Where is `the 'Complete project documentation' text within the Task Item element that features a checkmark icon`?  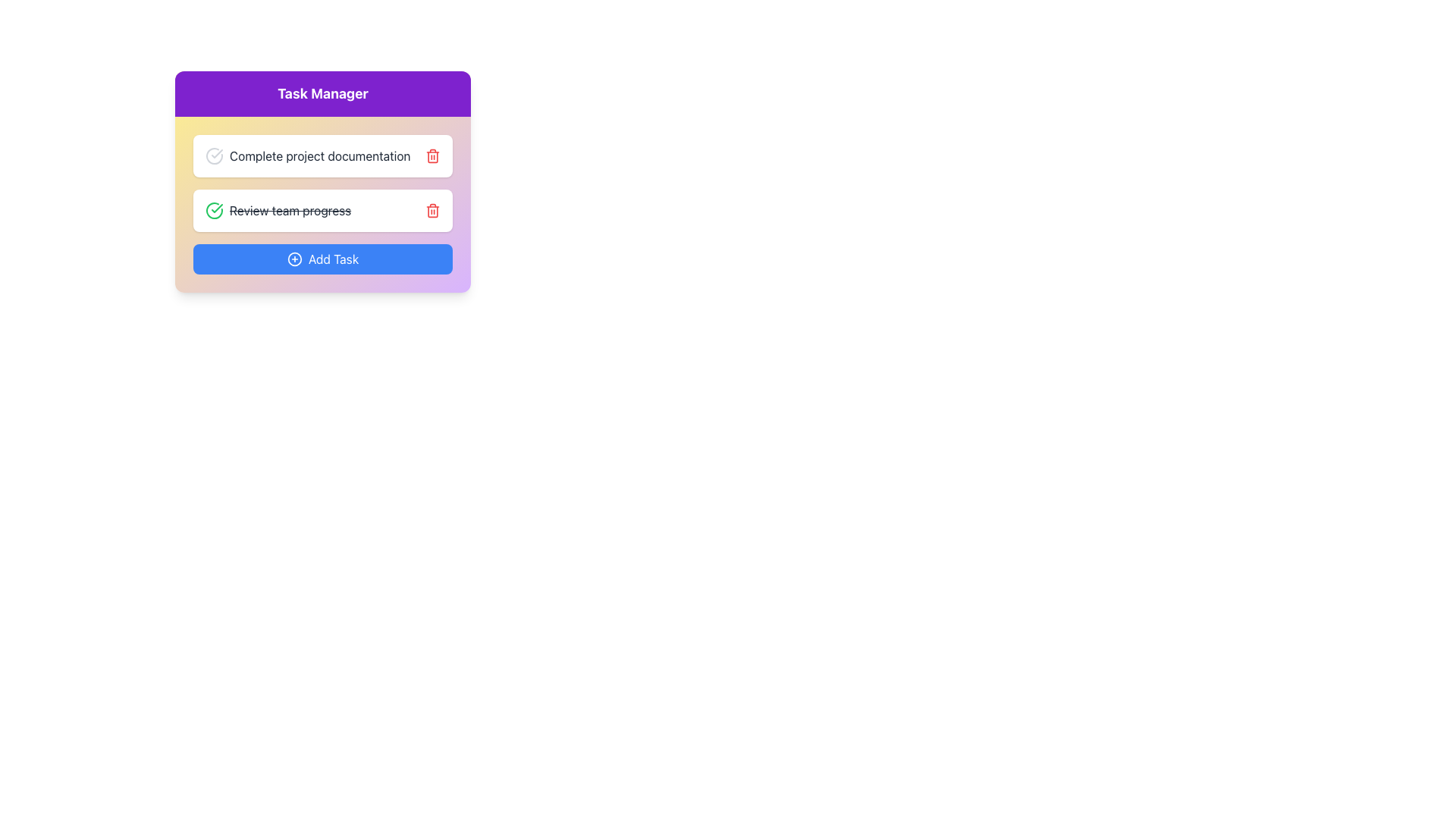 the 'Complete project documentation' text within the Task Item element that features a checkmark icon is located at coordinates (307, 155).